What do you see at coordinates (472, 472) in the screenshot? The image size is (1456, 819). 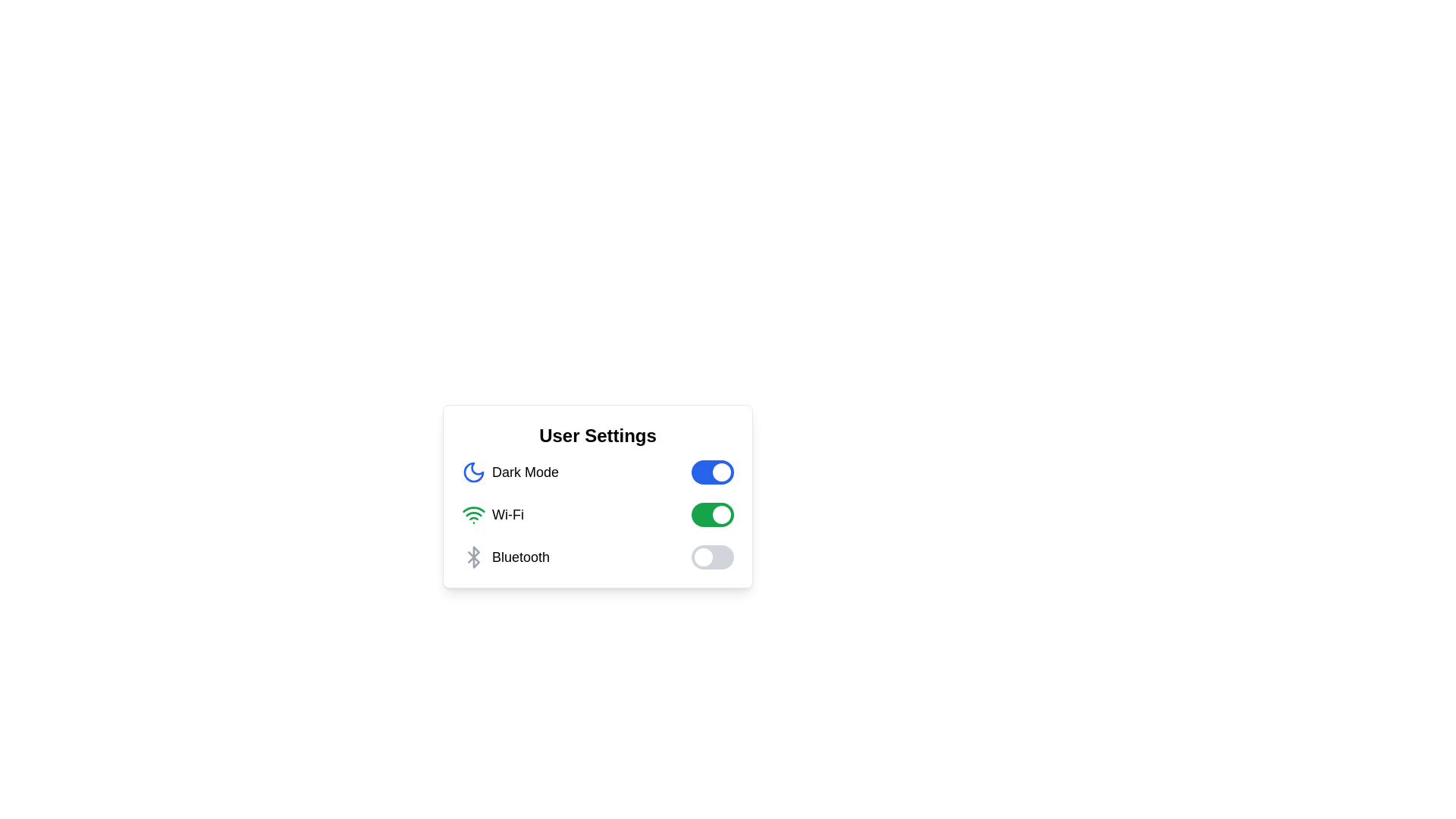 I see `the crescent moon icon in blue color that represents the 'Dark Mode' option, located in the 'User Settings' section, above the 'Wi-Fi' and 'Bluetooth' options` at bounding box center [472, 472].